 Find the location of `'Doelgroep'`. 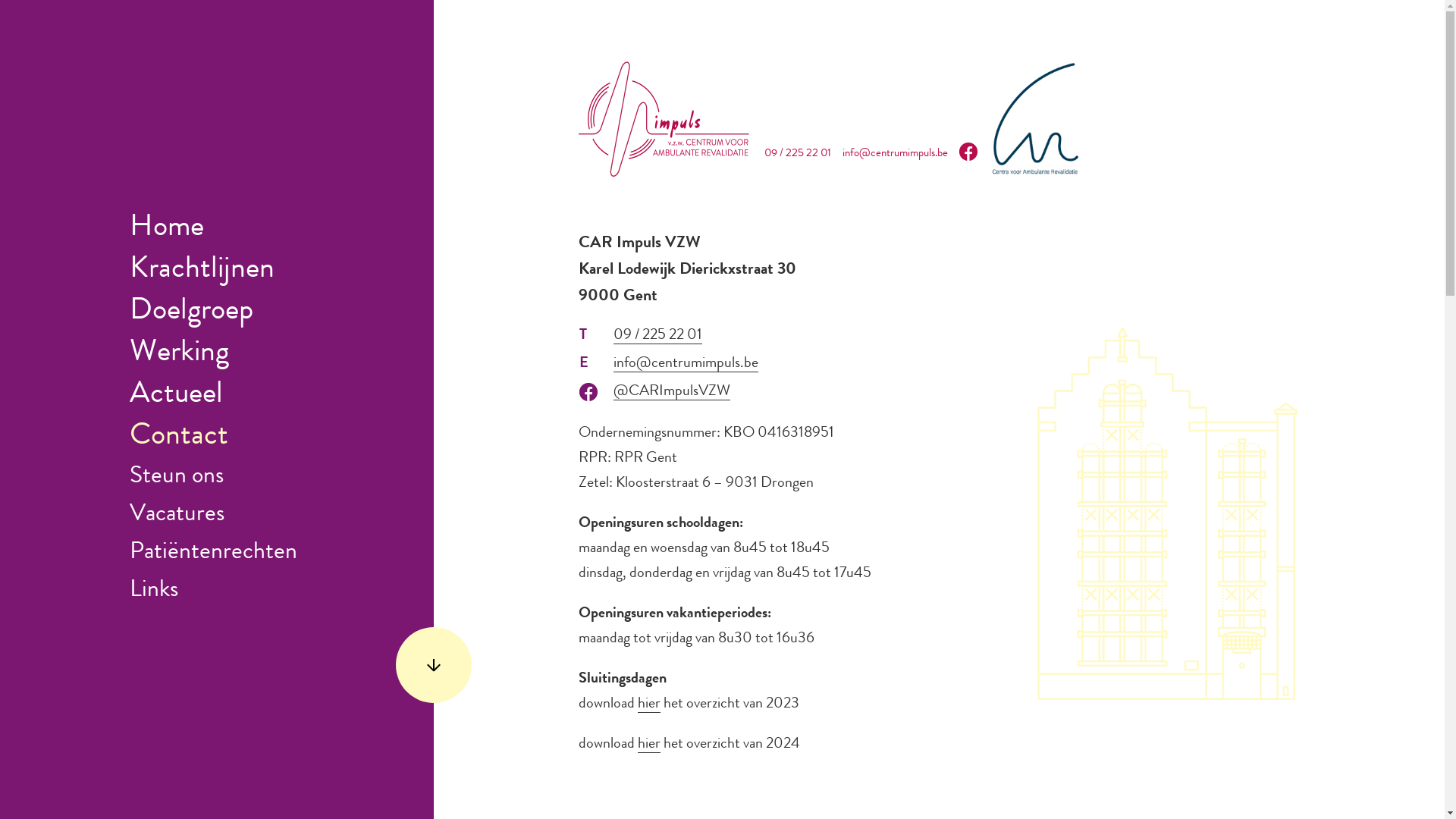

'Doelgroep' is located at coordinates (190, 312).